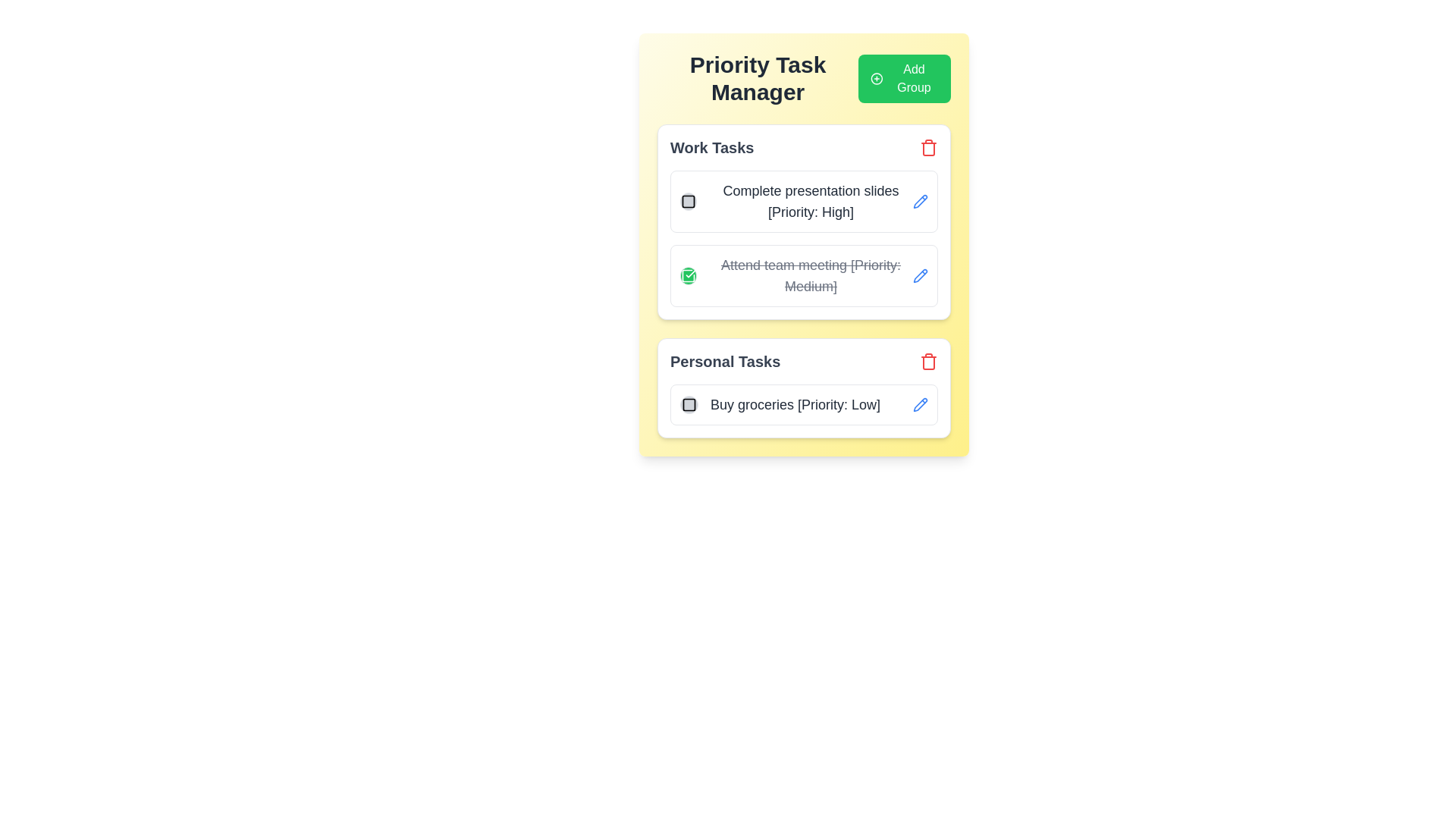 This screenshot has height=819, width=1456. I want to click on the incomplete task checkbox located to the left of the task text for 'Complete presentation slides [Priority: High]' in the 'Work Tasks' section, so click(687, 201).